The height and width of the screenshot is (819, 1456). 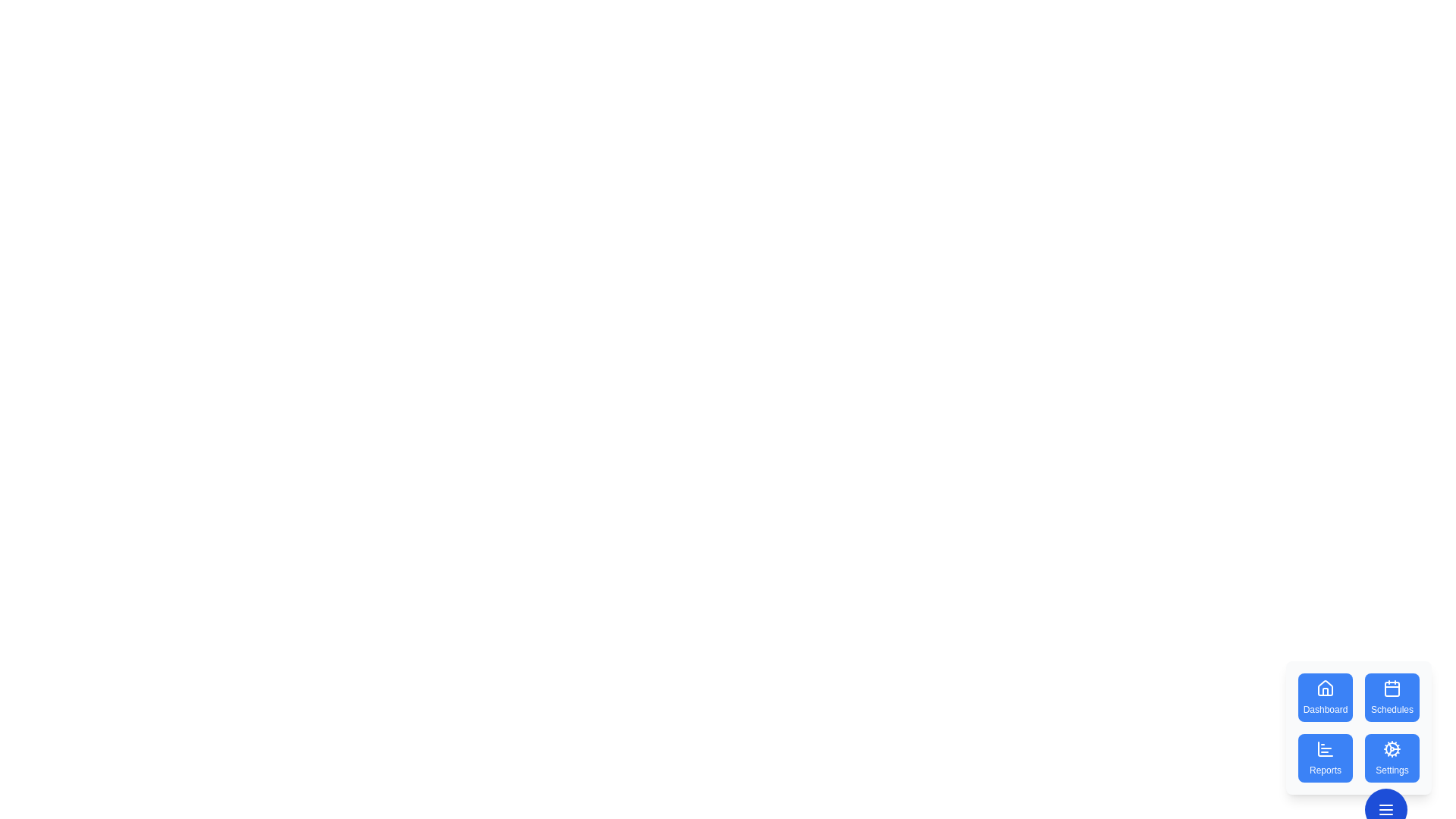 What do you see at coordinates (1392, 698) in the screenshot?
I see `the Schedules button to select the corresponding action` at bounding box center [1392, 698].